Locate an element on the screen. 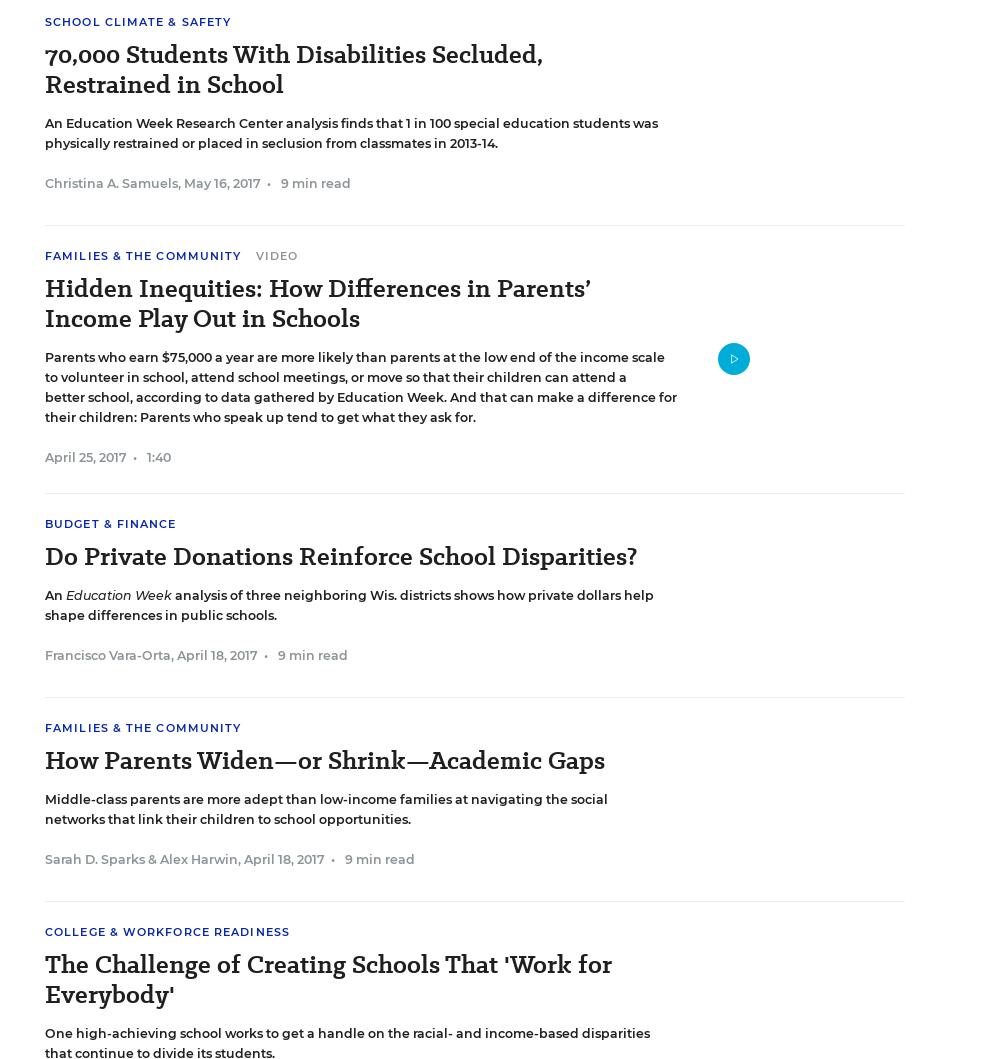 This screenshot has height=1059, width=1000. 'Parents who earn $75,000 a year are more likely than parents at the low end of the income scale to volunteer in school, attend school meetings, or move so that their children can attend a better school, according to data gathered by Education Week. And that can make a difference for their children: Parents who speak up tend to get what they ask for.' is located at coordinates (360, 386).